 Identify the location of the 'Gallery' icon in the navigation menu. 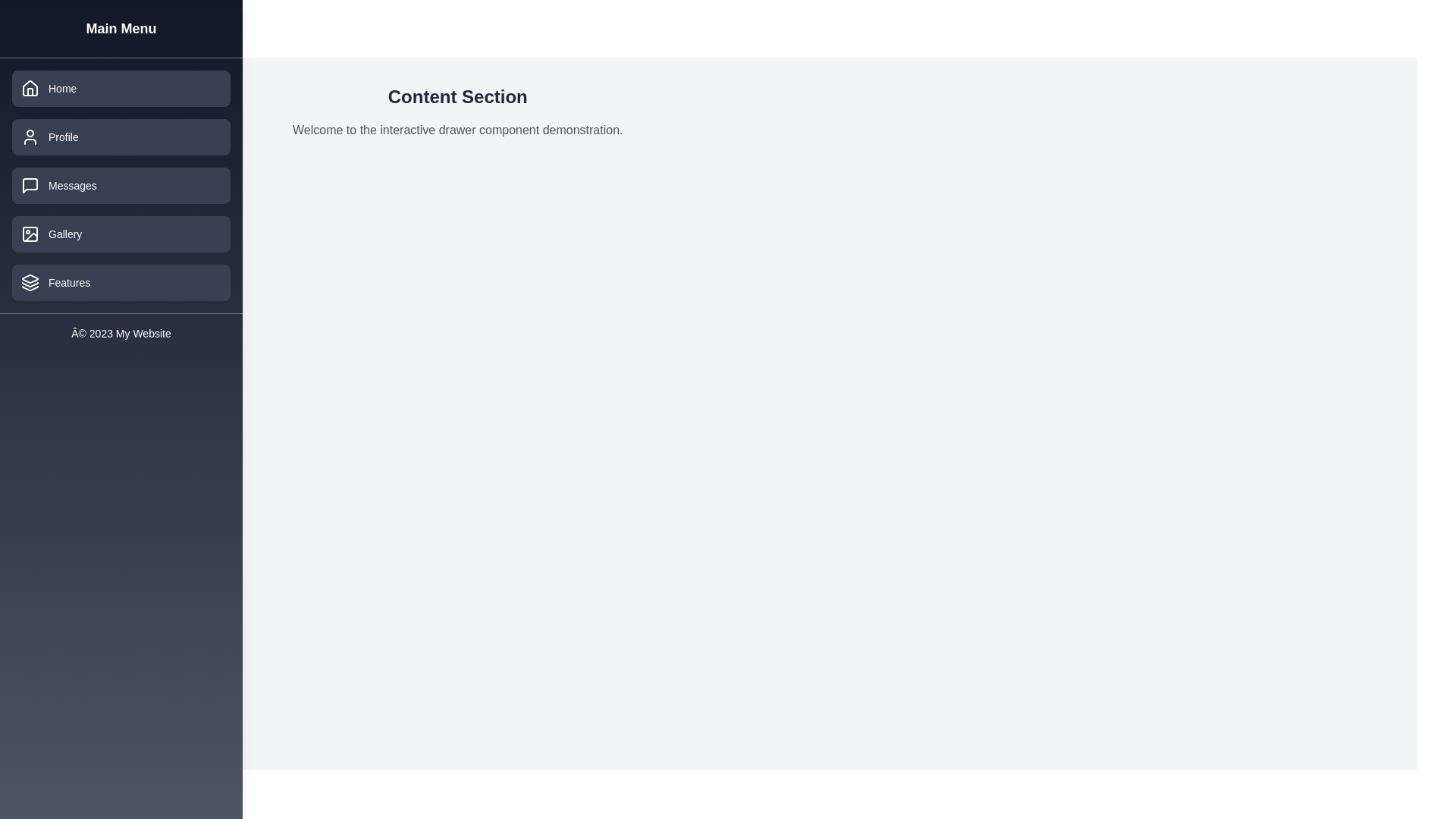
(30, 234).